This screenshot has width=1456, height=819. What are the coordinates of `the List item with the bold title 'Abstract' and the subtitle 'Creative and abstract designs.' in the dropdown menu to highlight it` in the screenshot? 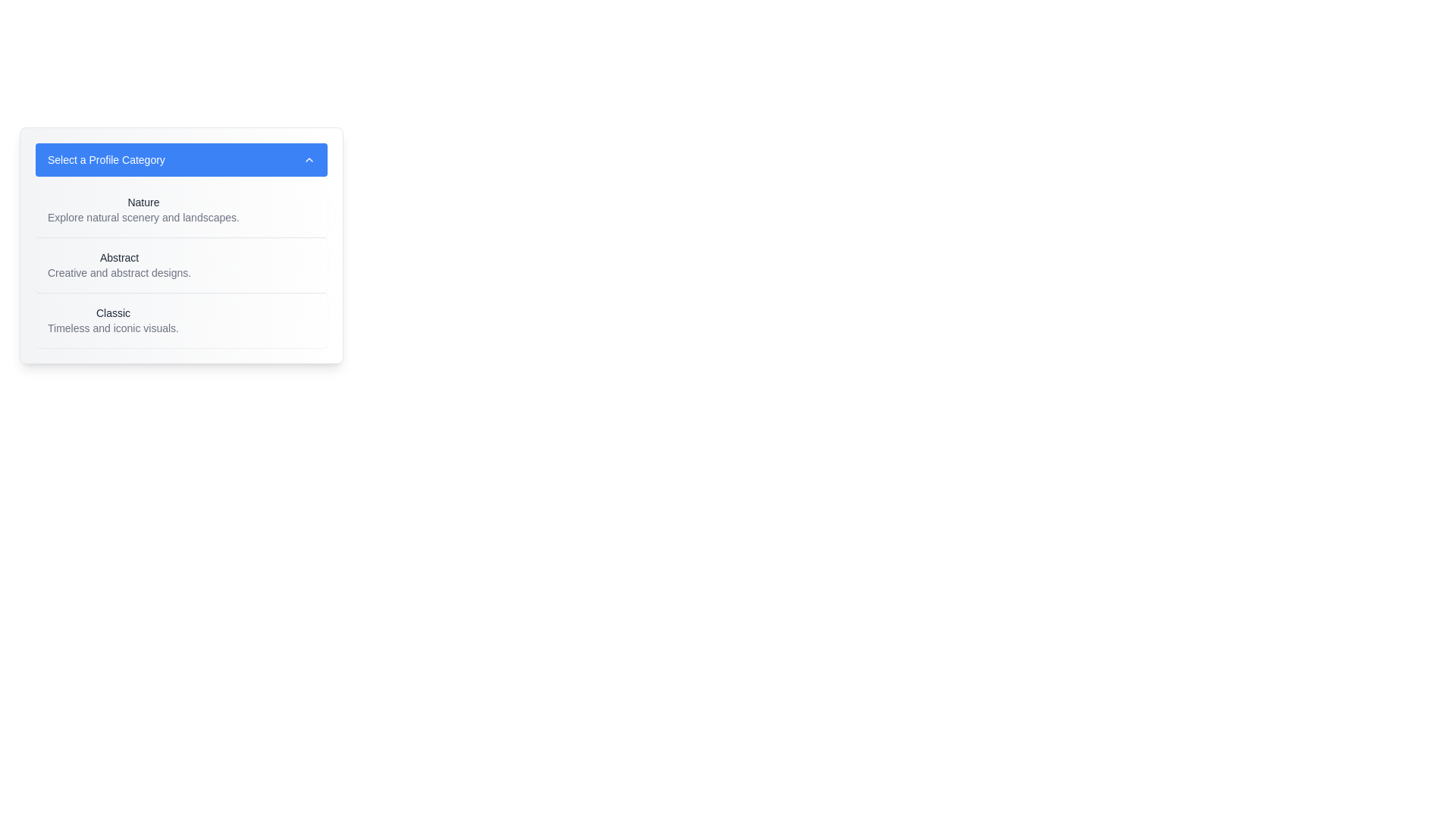 It's located at (181, 264).